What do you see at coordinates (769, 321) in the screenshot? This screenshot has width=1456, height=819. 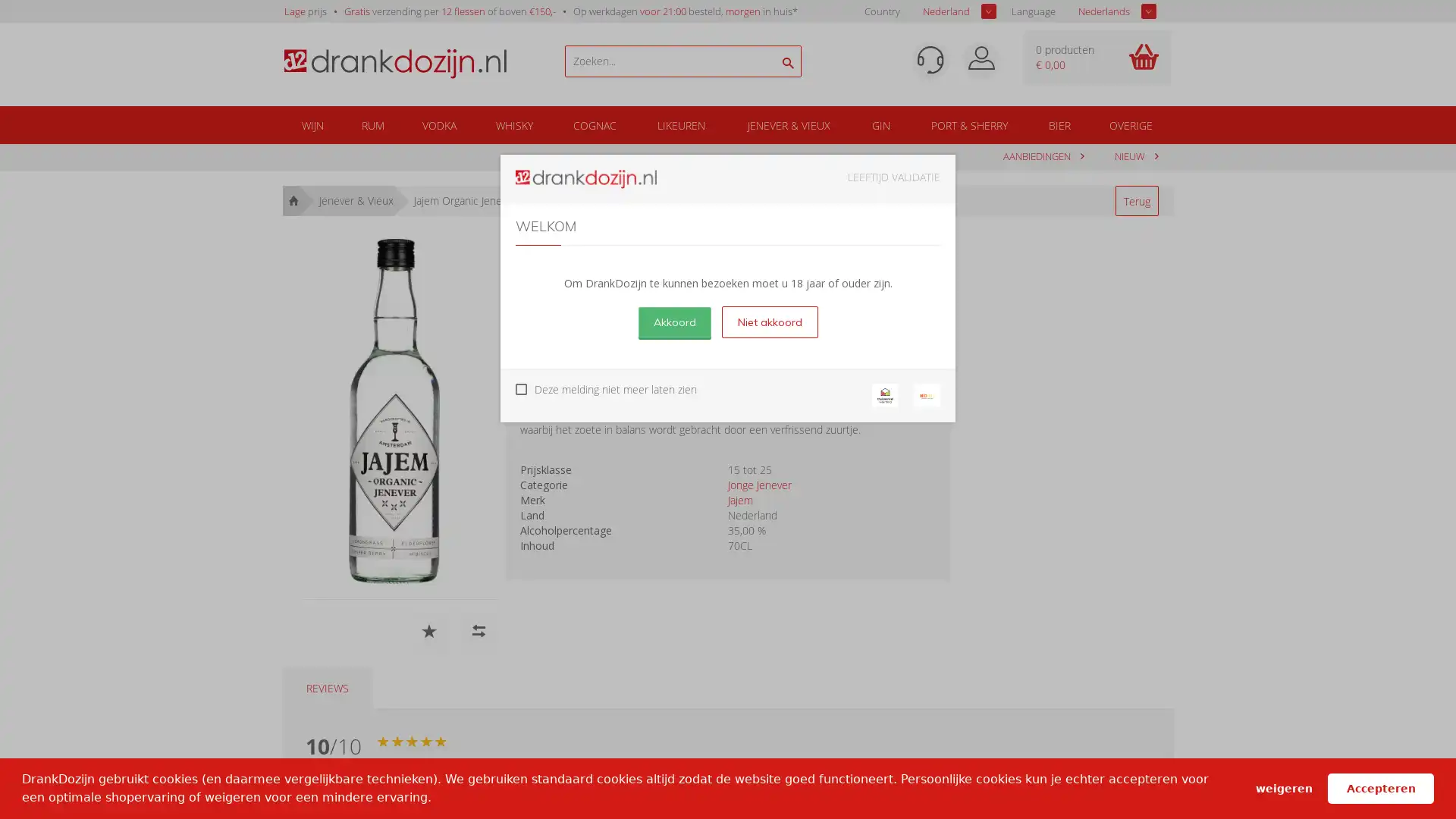 I see `Niet akkoord` at bounding box center [769, 321].